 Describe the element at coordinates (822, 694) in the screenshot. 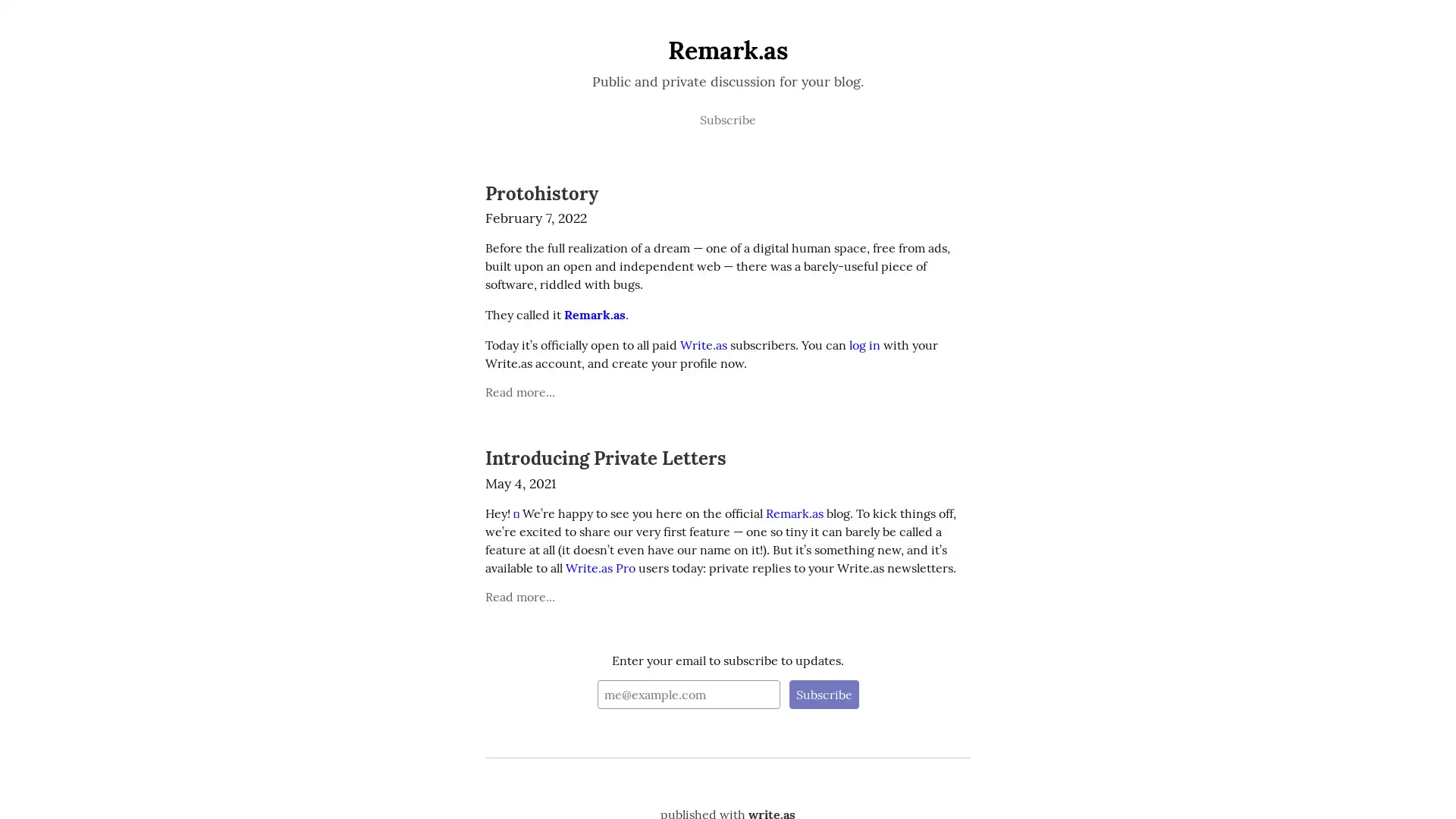

I see `Subscribe` at that location.